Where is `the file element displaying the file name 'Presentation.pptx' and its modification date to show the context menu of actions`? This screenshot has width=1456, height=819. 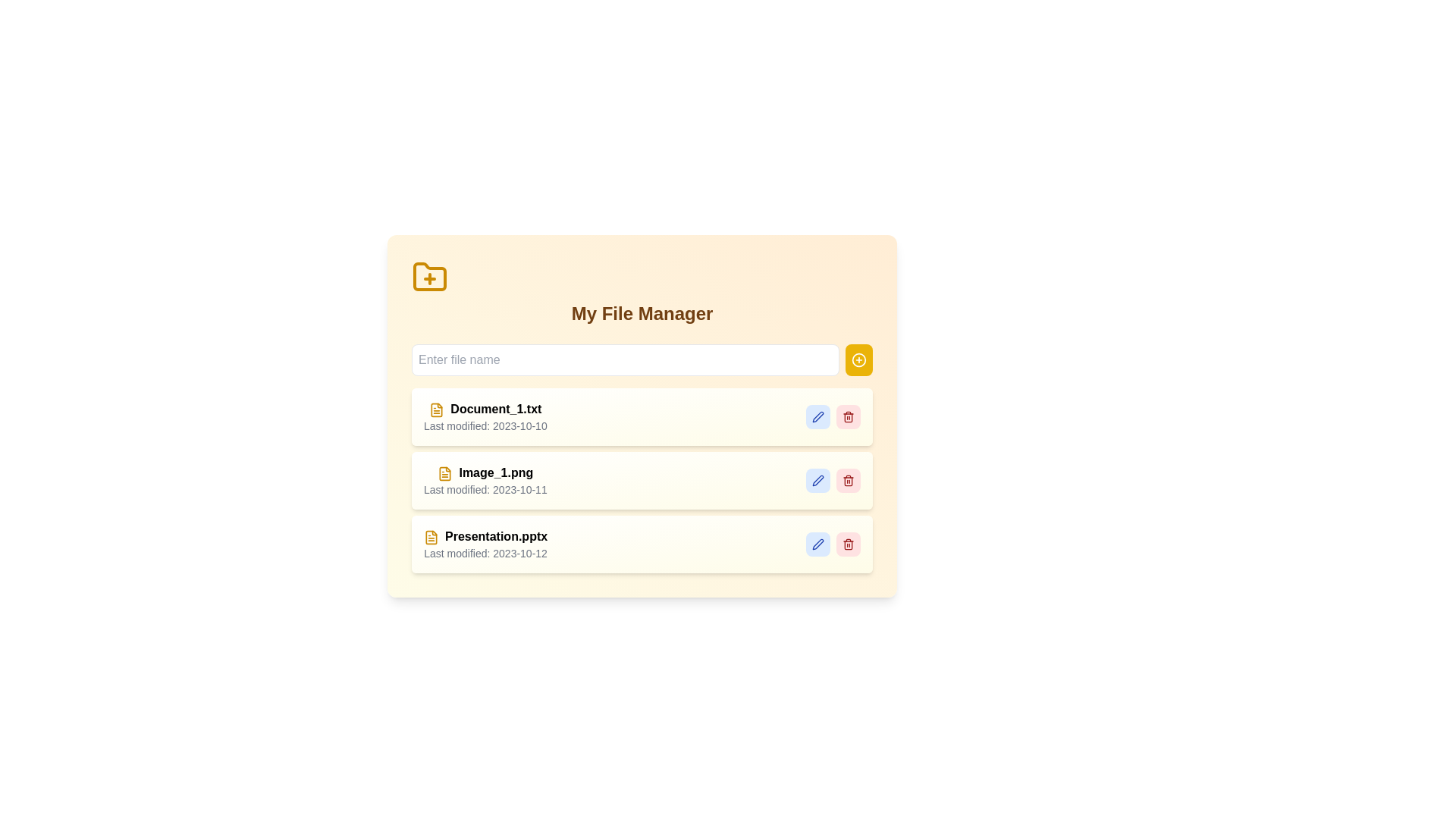 the file element displaying the file name 'Presentation.pptx' and its modification date to show the context menu of actions is located at coordinates (484, 543).